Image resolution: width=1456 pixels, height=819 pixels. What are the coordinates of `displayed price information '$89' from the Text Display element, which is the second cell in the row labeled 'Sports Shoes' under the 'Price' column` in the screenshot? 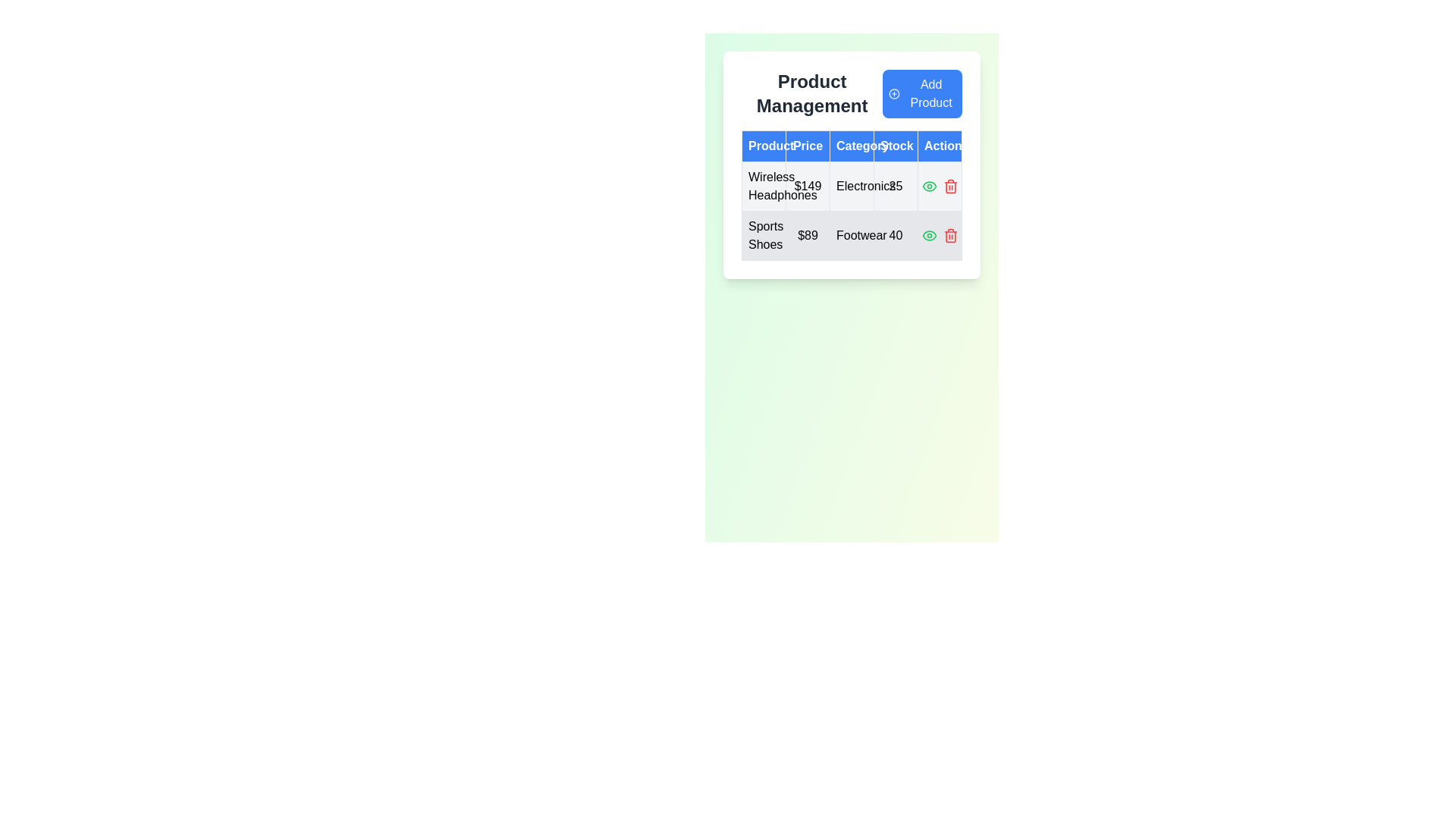 It's located at (807, 236).